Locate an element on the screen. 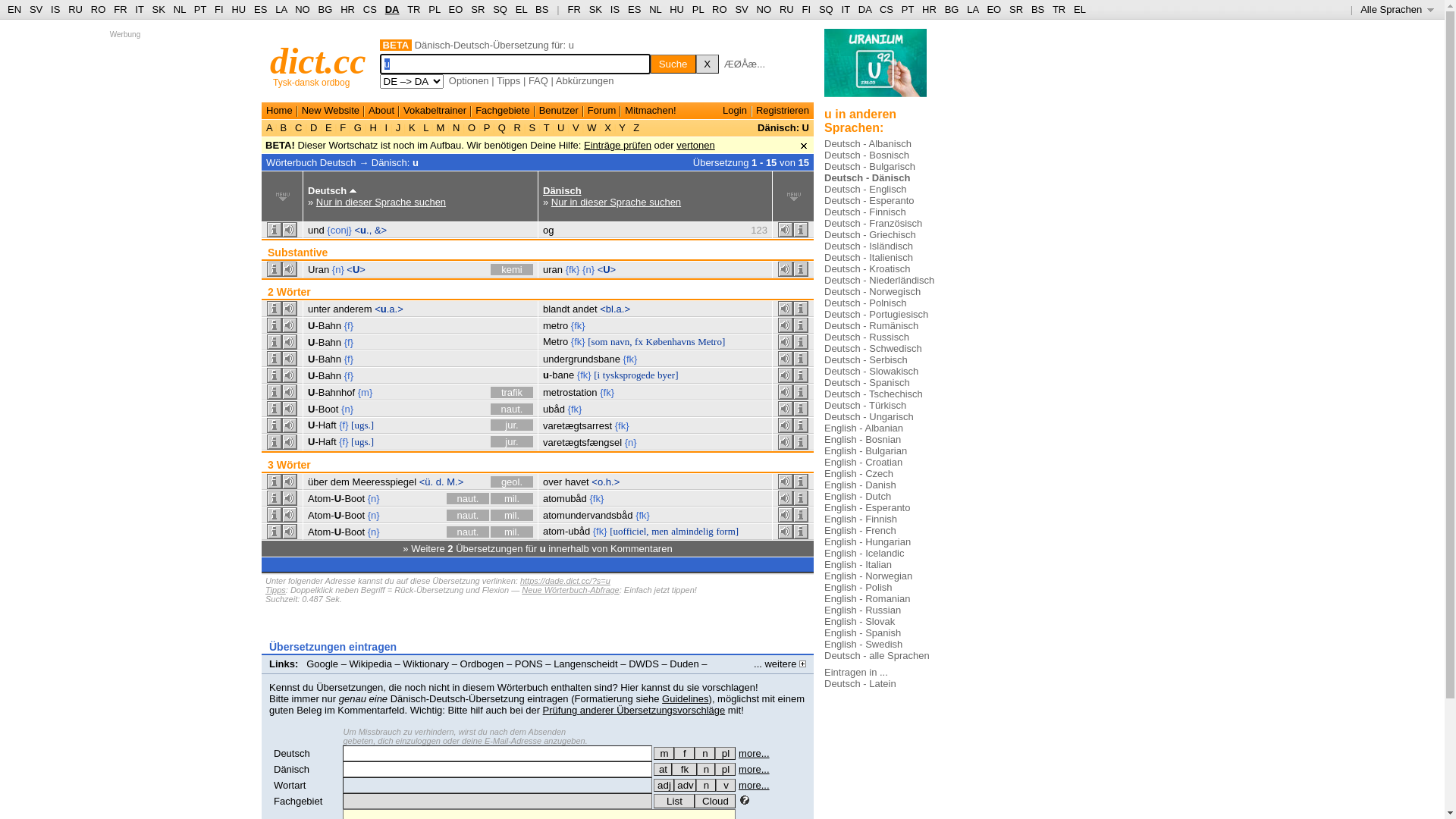 Image resolution: width=1456 pixels, height=819 pixels. 'PONS' is located at coordinates (529, 663).